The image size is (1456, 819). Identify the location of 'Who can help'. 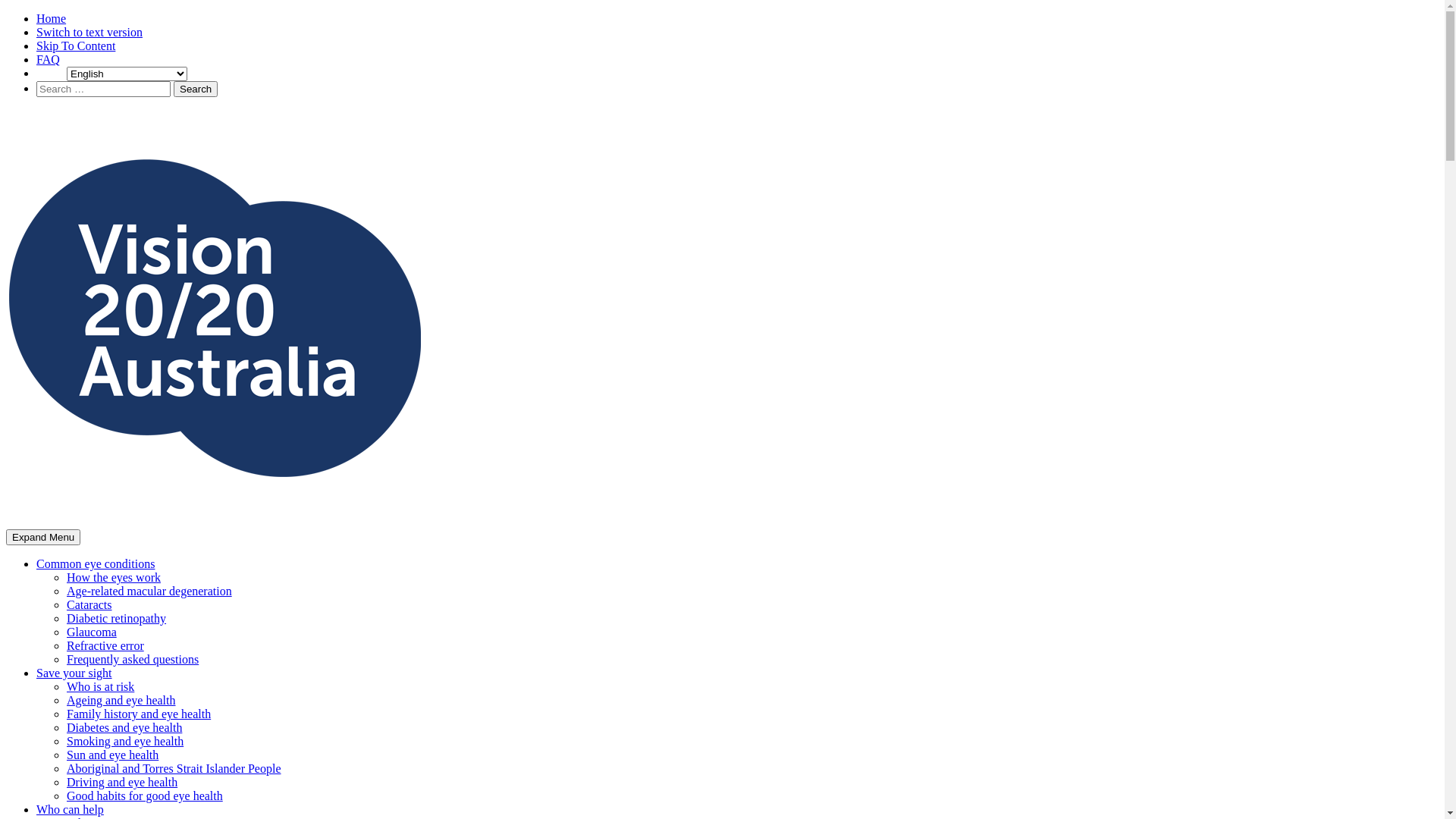
(69, 808).